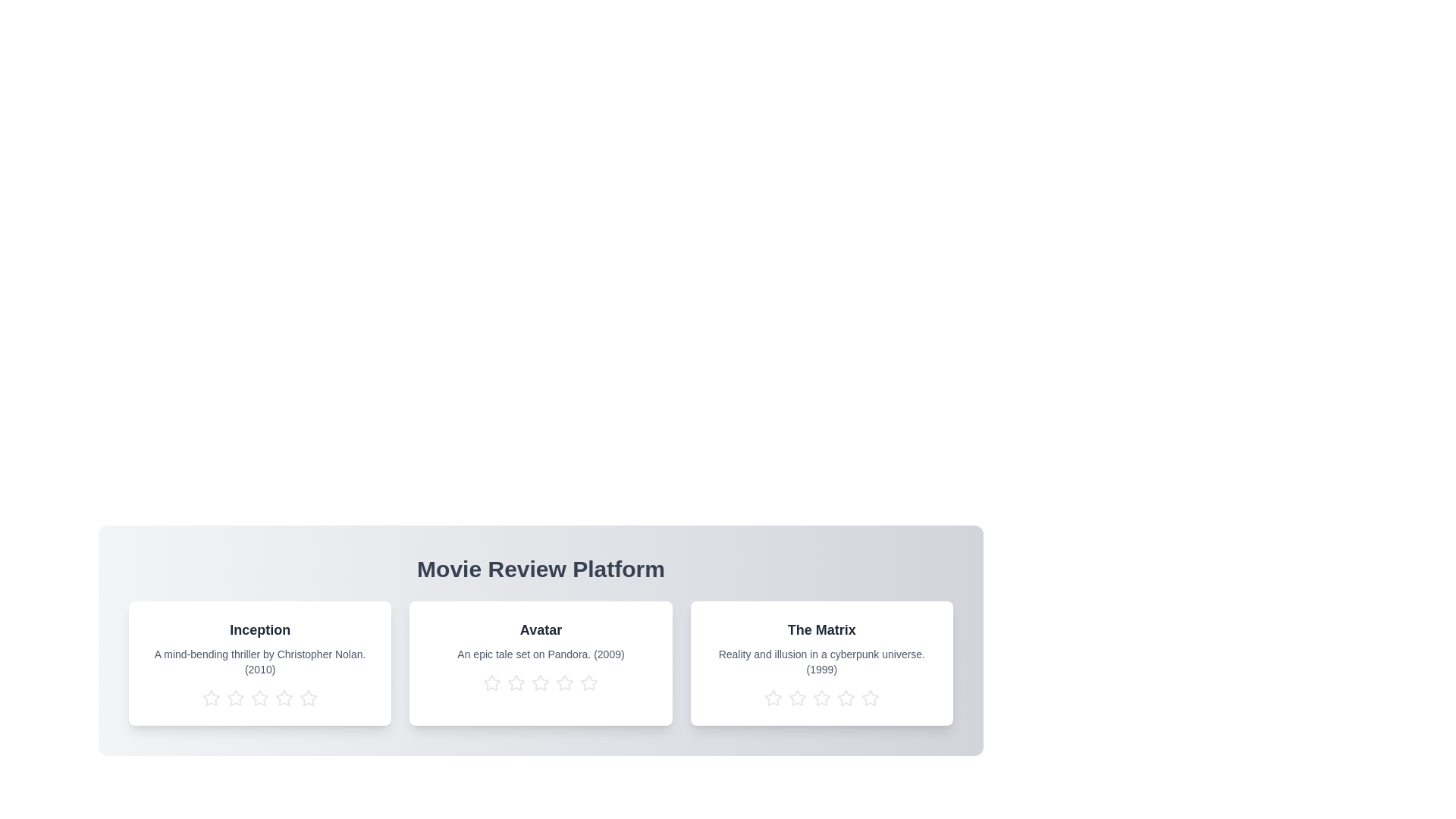  I want to click on the star corresponding to 1 stars for the movie titled Avatar, so click(491, 683).